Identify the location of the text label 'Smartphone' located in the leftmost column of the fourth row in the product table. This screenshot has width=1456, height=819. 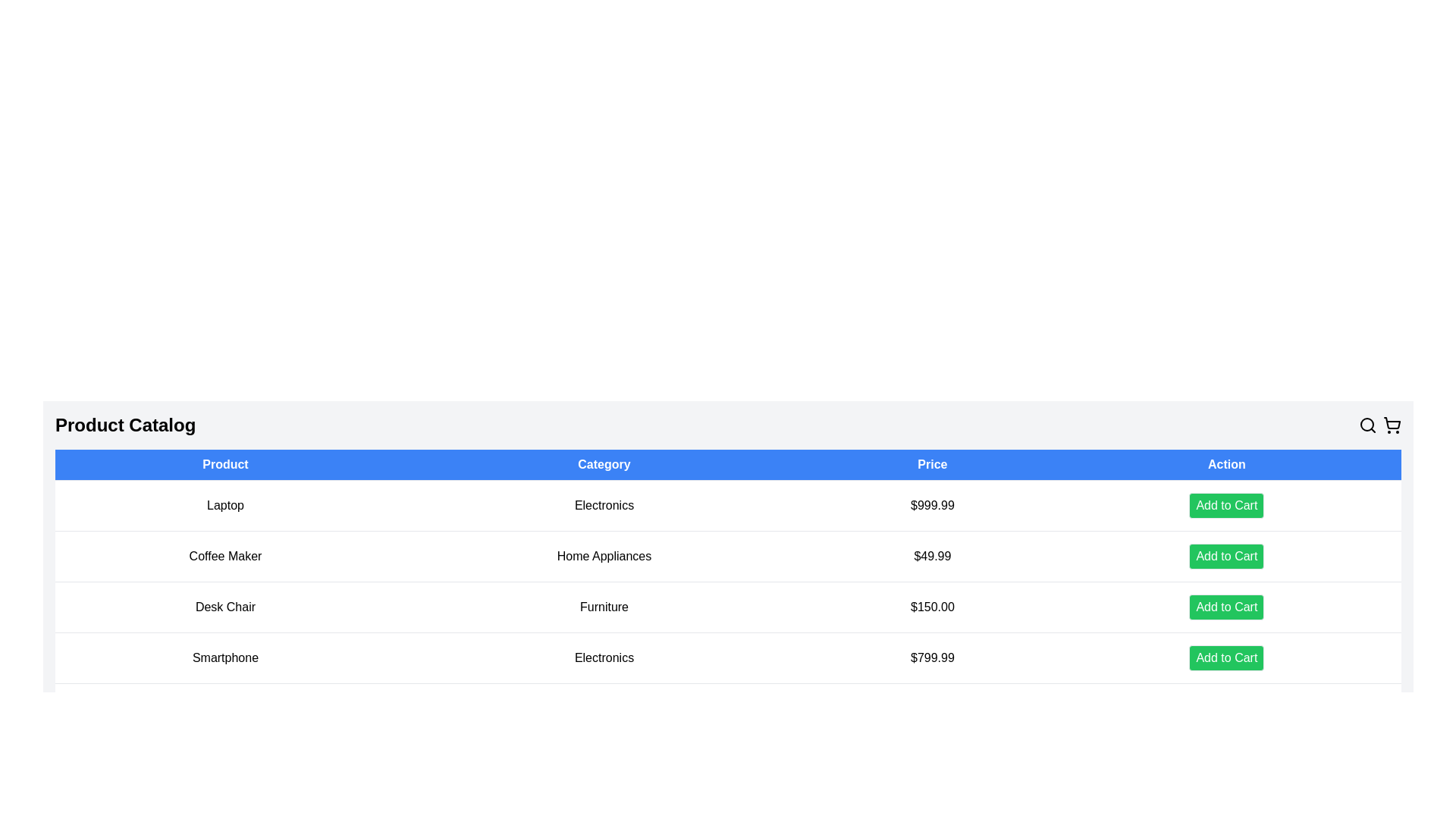
(224, 657).